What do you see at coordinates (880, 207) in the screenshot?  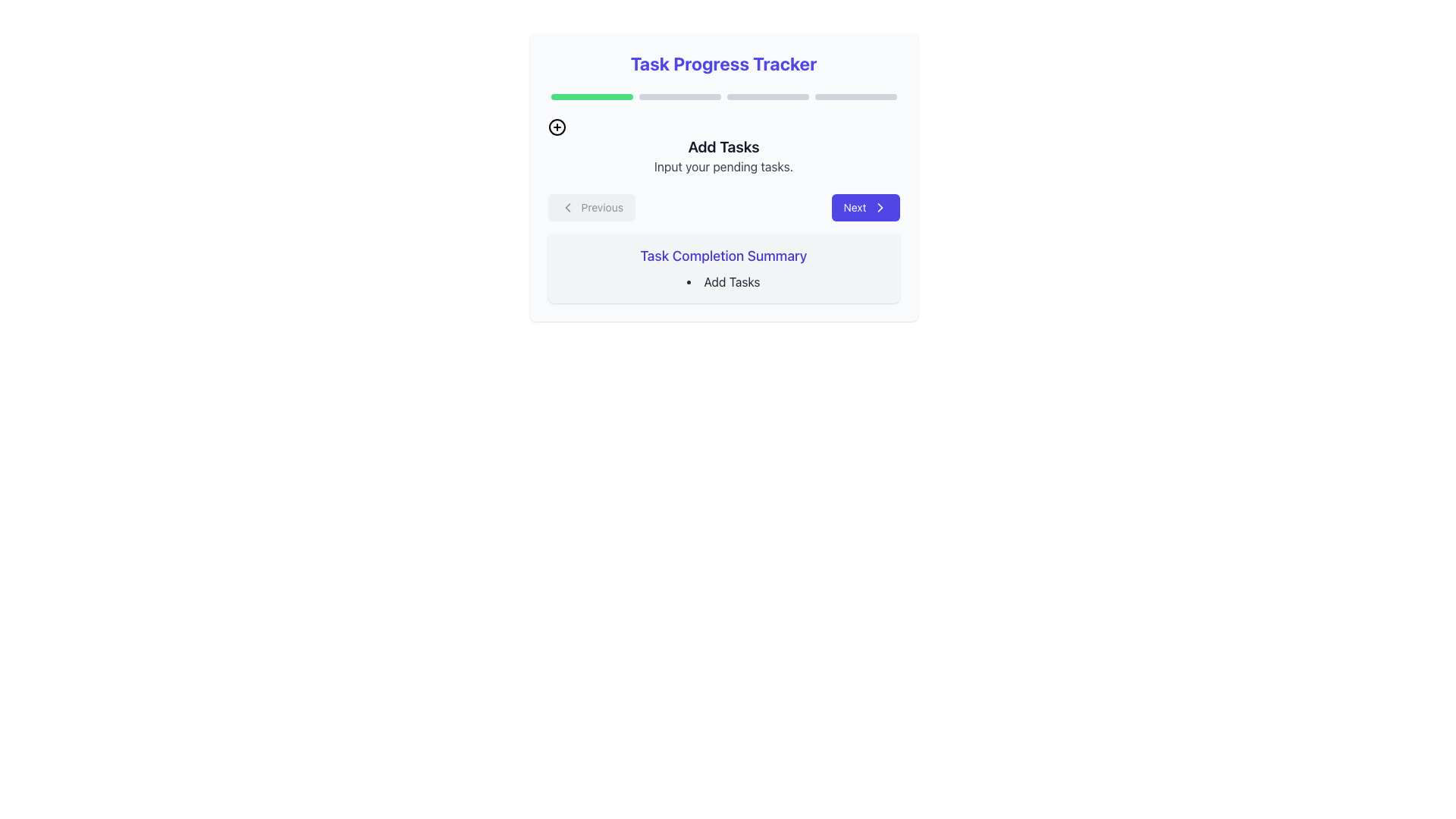 I see `the direction indicated by the chevron arrow icon inside the blue 'Next' button, which points to the right` at bounding box center [880, 207].